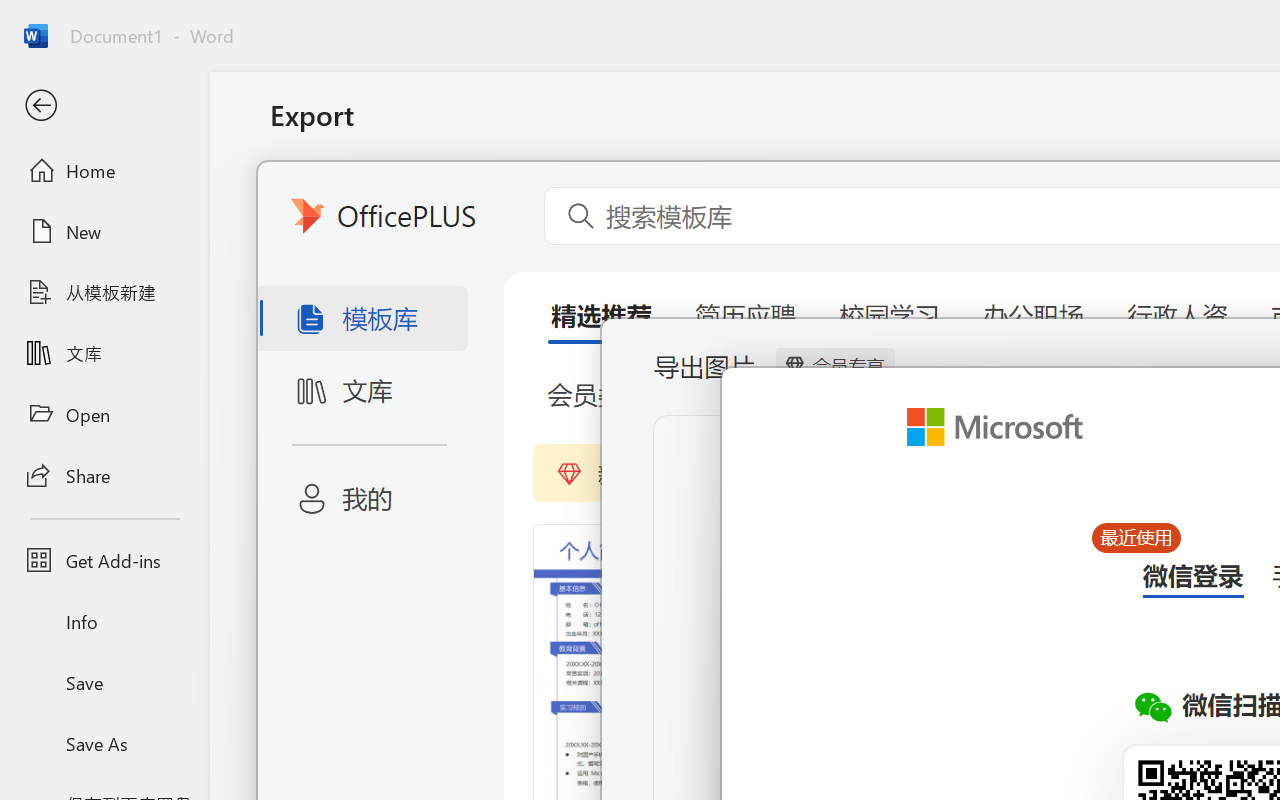 This screenshot has width=1280, height=800. Describe the element at coordinates (103, 621) in the screenshot. I see `'Info'` at that location.